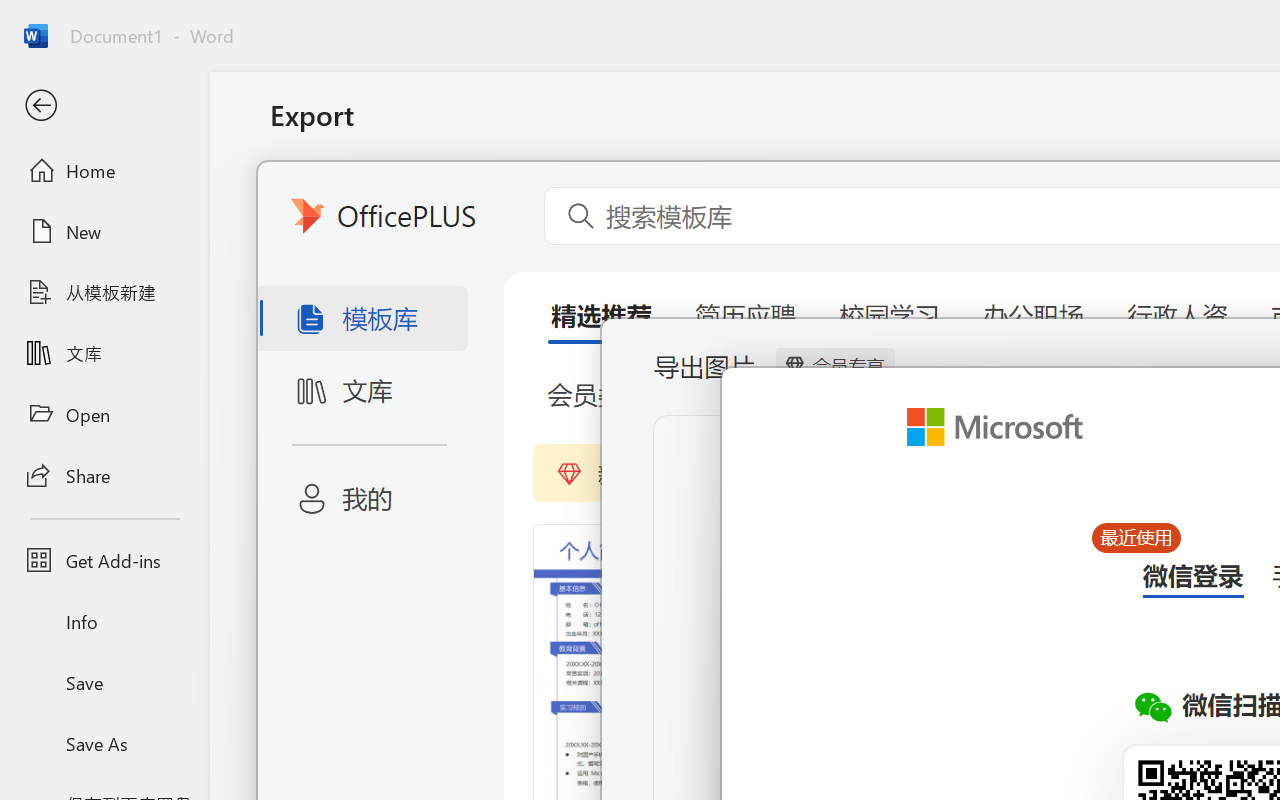 This screenshot has width=1280, height=800. Describe the element at coordinates (103, 621) in the screenshot. I see `'Info'` at that location.